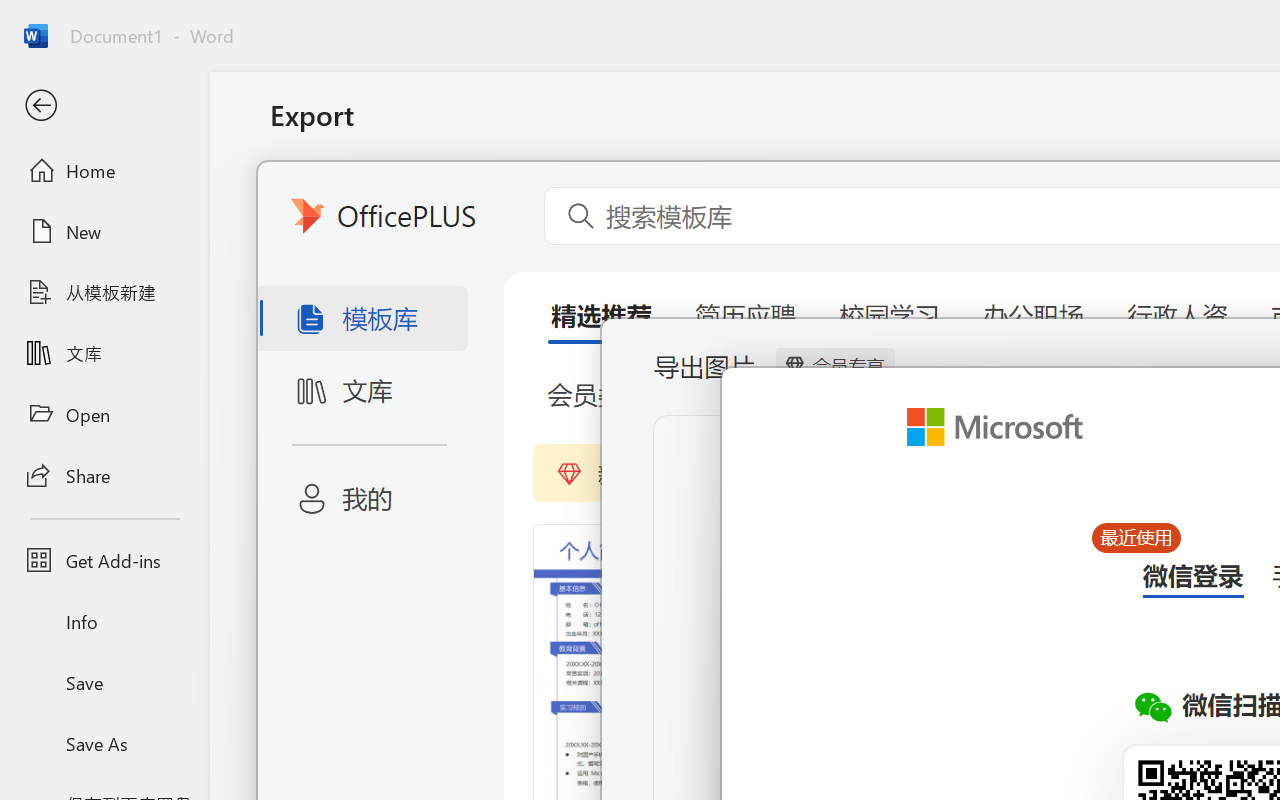 This screenshot has width=1280, height=800. Describe the element at coordinates (103, 621) in the screenshot. I see `'Info'` at that location.